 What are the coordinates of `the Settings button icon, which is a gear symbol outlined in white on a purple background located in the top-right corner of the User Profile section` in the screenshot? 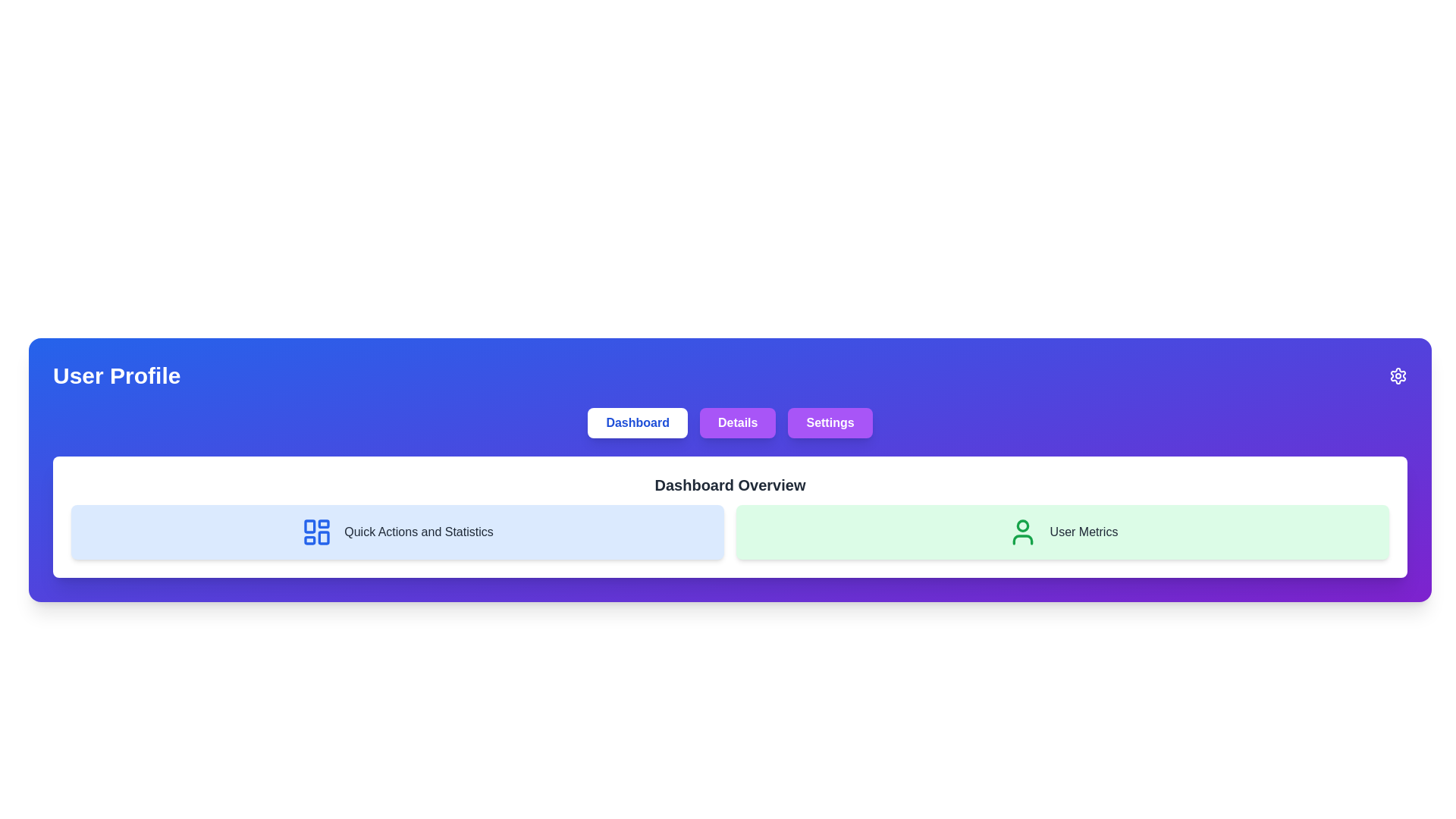 It's located at (1397, 375).